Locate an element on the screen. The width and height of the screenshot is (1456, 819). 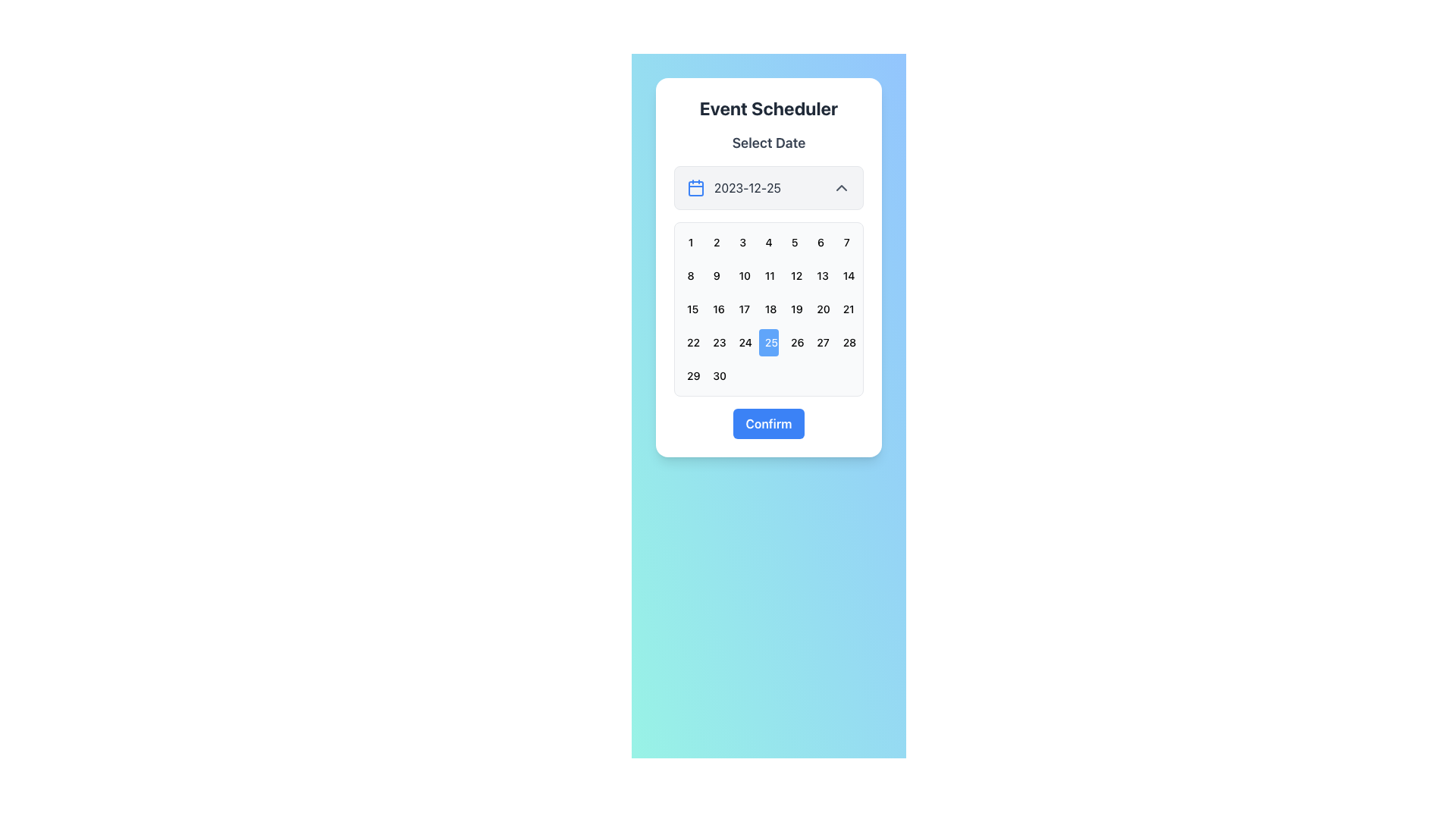
the selectable calendar day button representing the 20th day of the month is located at coordinates (820, 309).